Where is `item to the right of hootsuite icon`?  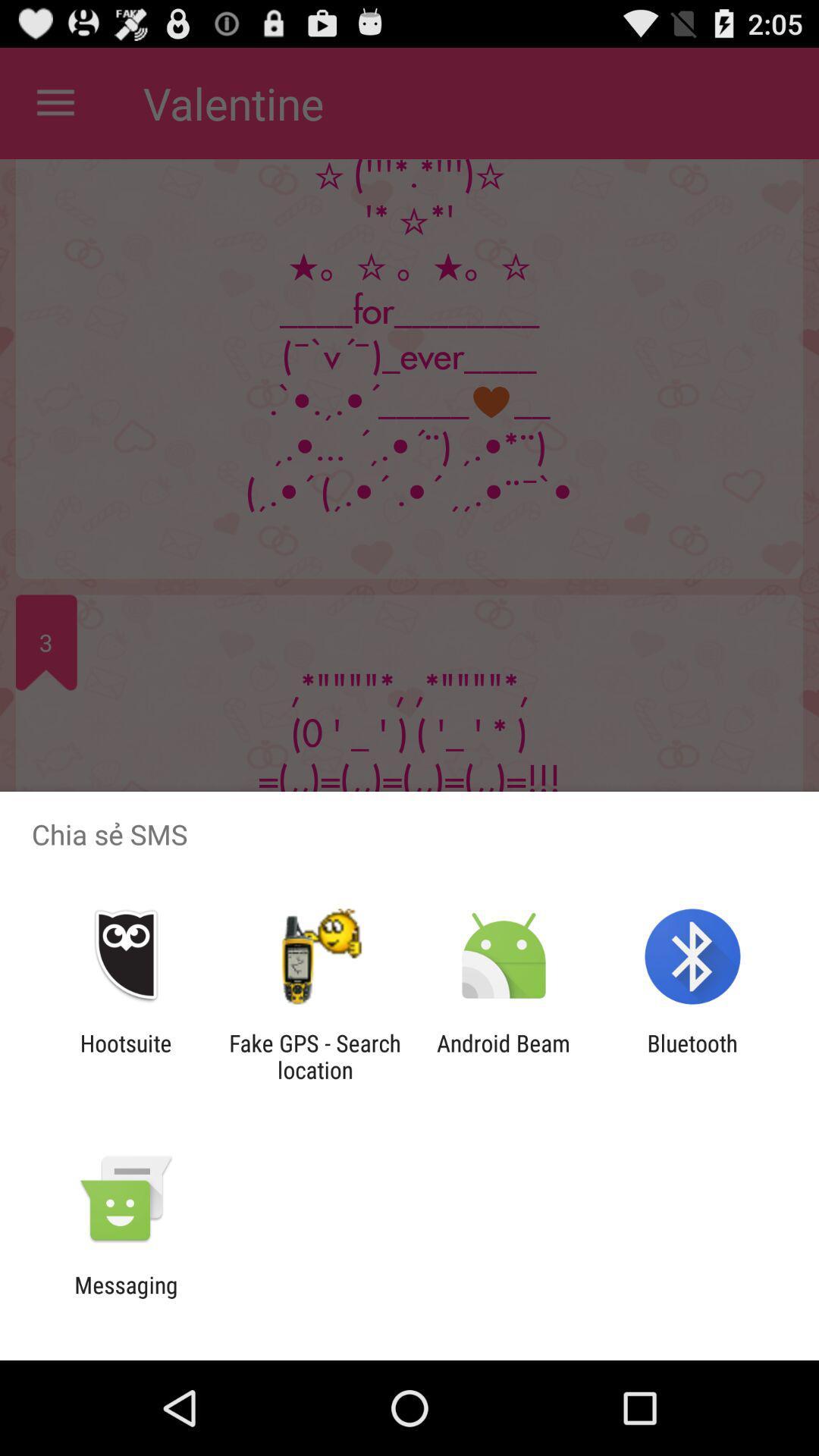 item to the right of hootsuite icon is located at coordinates (314, 1056).